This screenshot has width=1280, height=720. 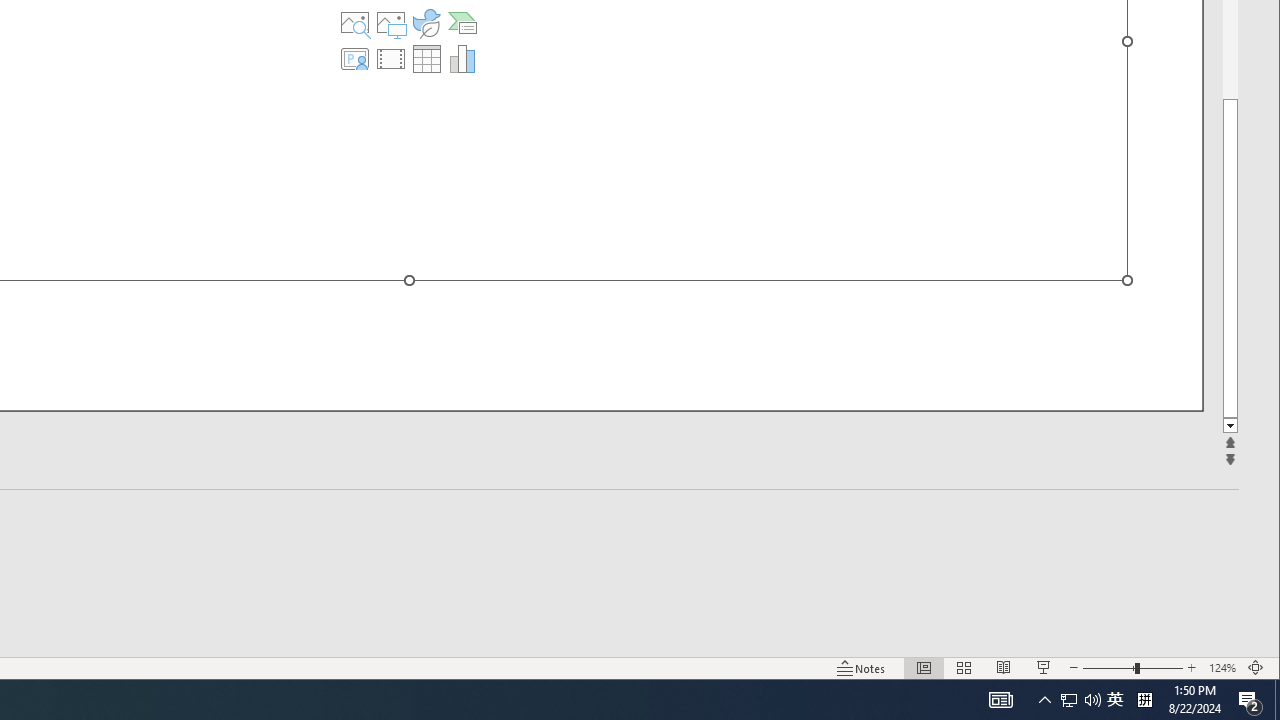 I want to click on 'Insert a SmartArt Graphic', so click(x=461, y=23).